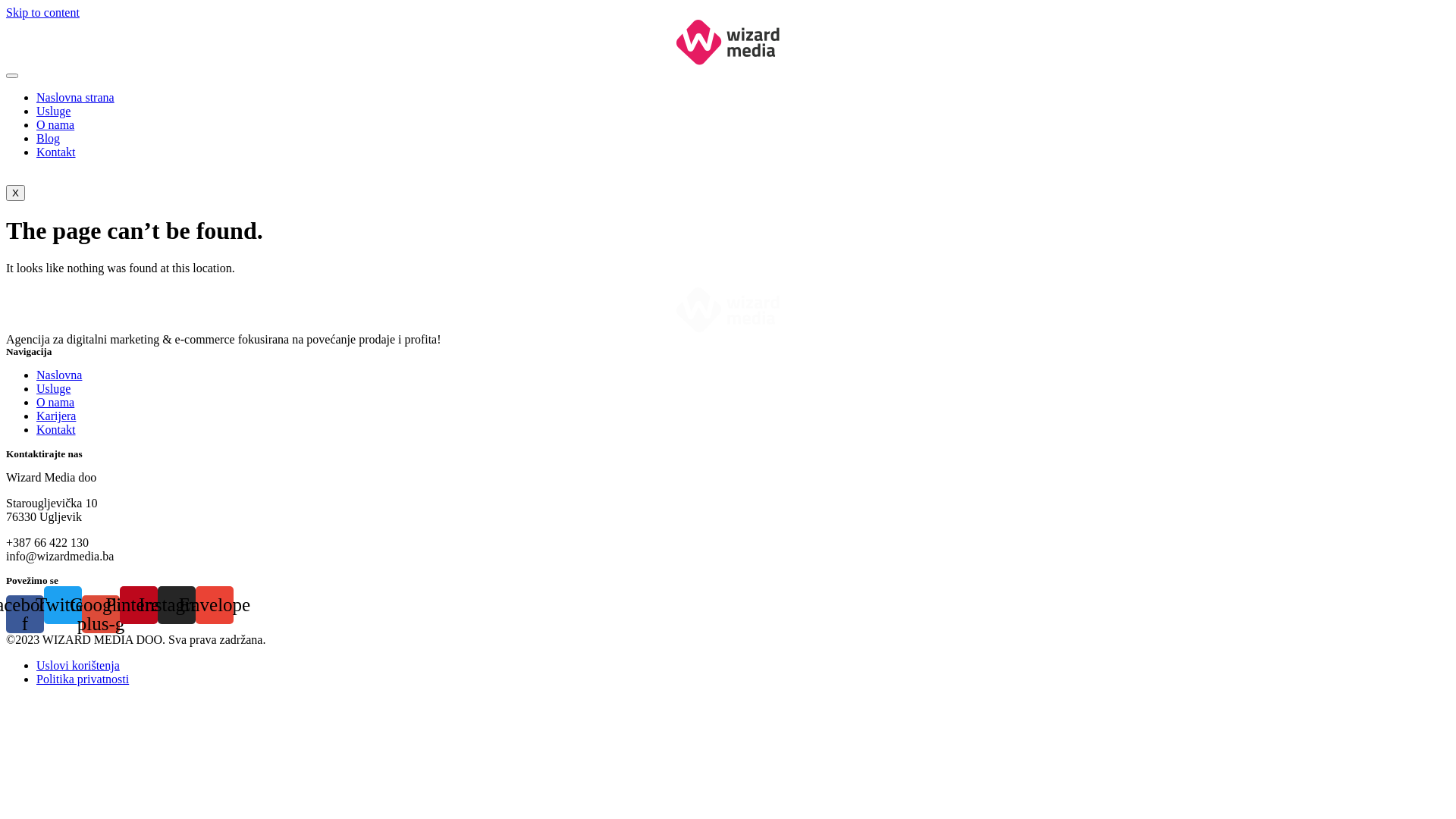 The height and width of the screenshot is (819, 1456). Describe the element at coordinates (214, 604) in the screenshot. I see `'Envelope'` at that location.